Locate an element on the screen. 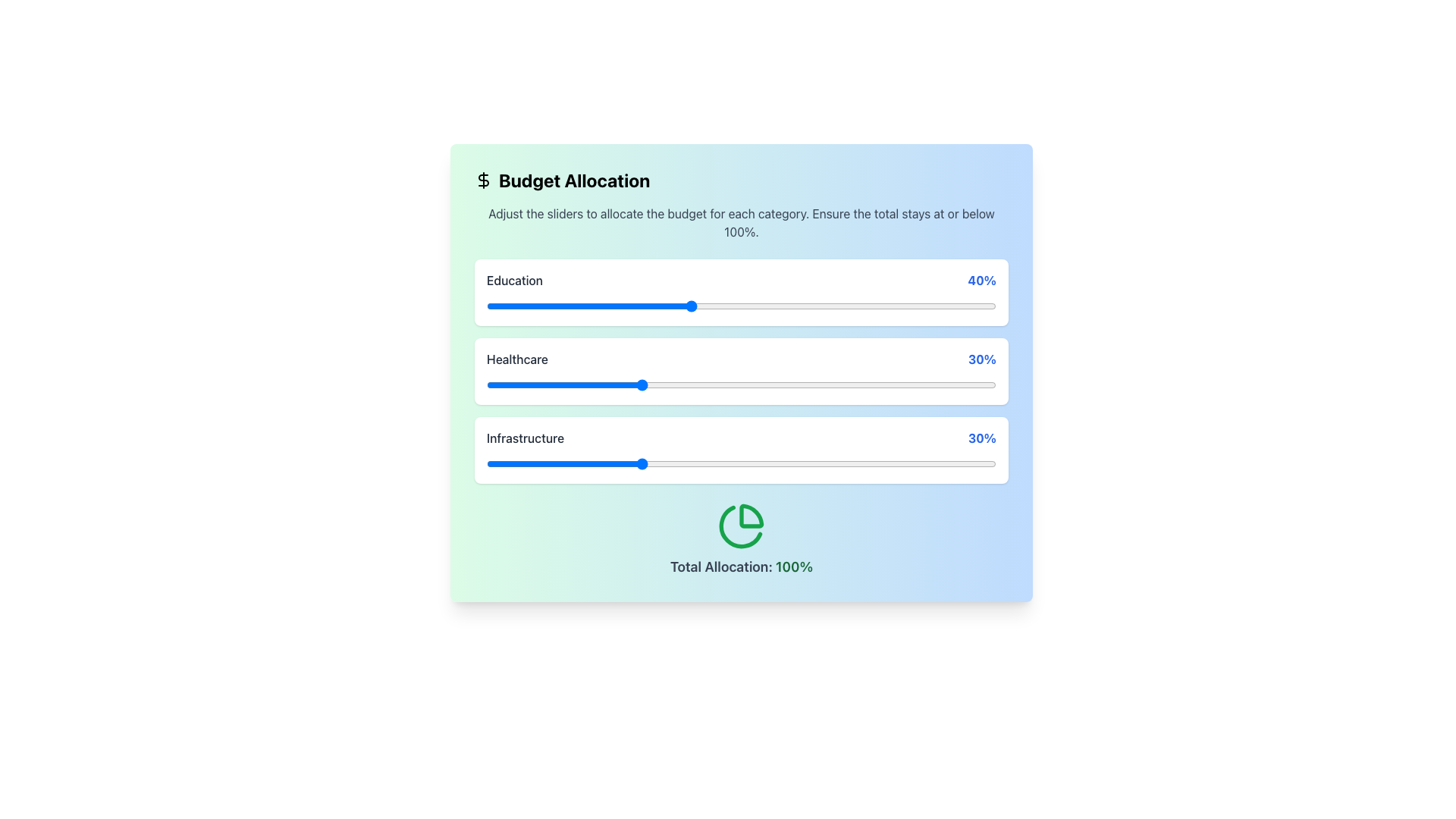  the infrastructure budget slider is located at coordinates (965, 463).